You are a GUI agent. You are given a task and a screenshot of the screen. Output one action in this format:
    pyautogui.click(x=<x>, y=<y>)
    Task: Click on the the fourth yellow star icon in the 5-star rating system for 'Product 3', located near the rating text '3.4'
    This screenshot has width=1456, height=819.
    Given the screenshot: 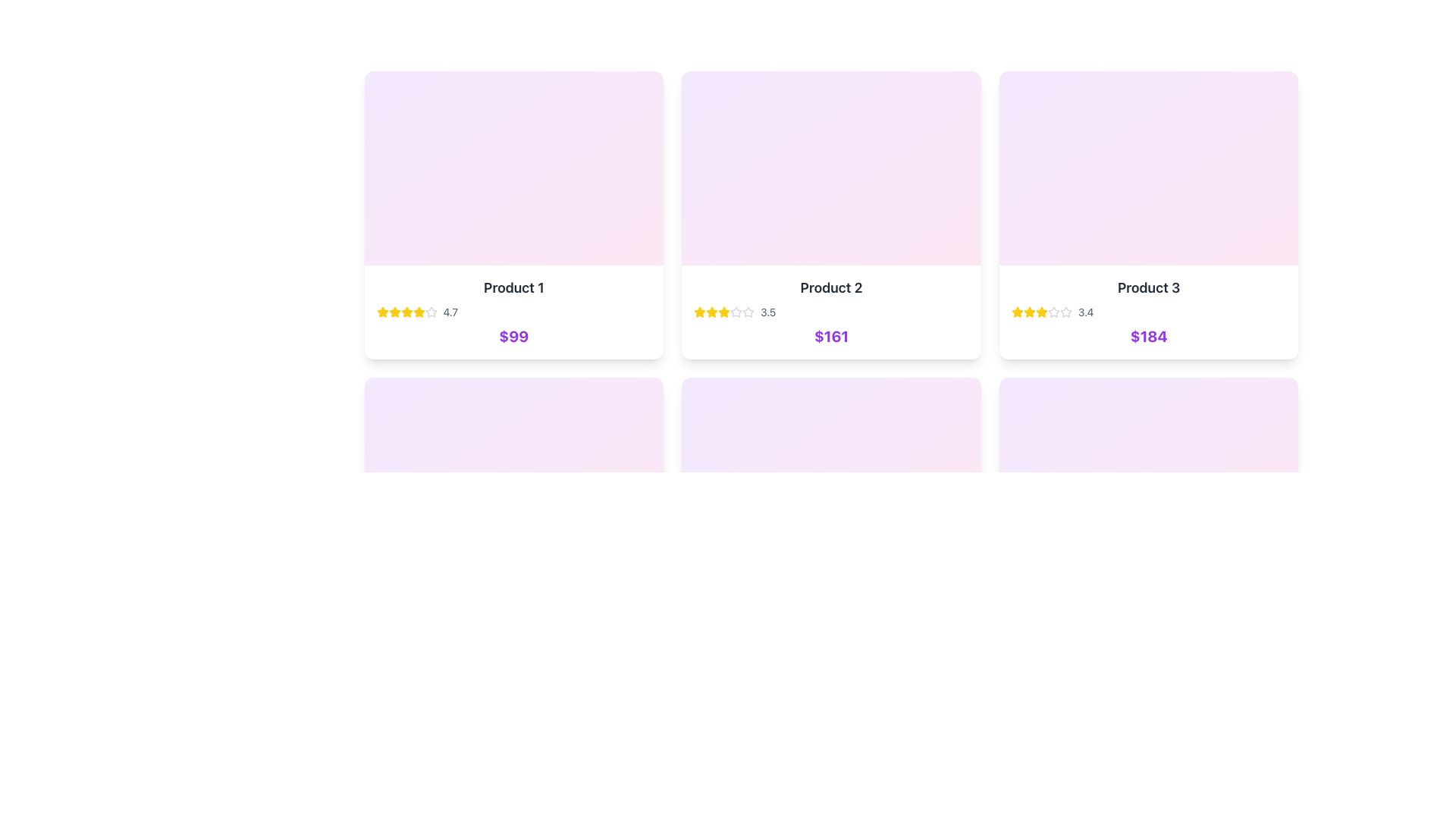 What is the action you would take?
    pyautogui.click(x=1040, y=312)
    